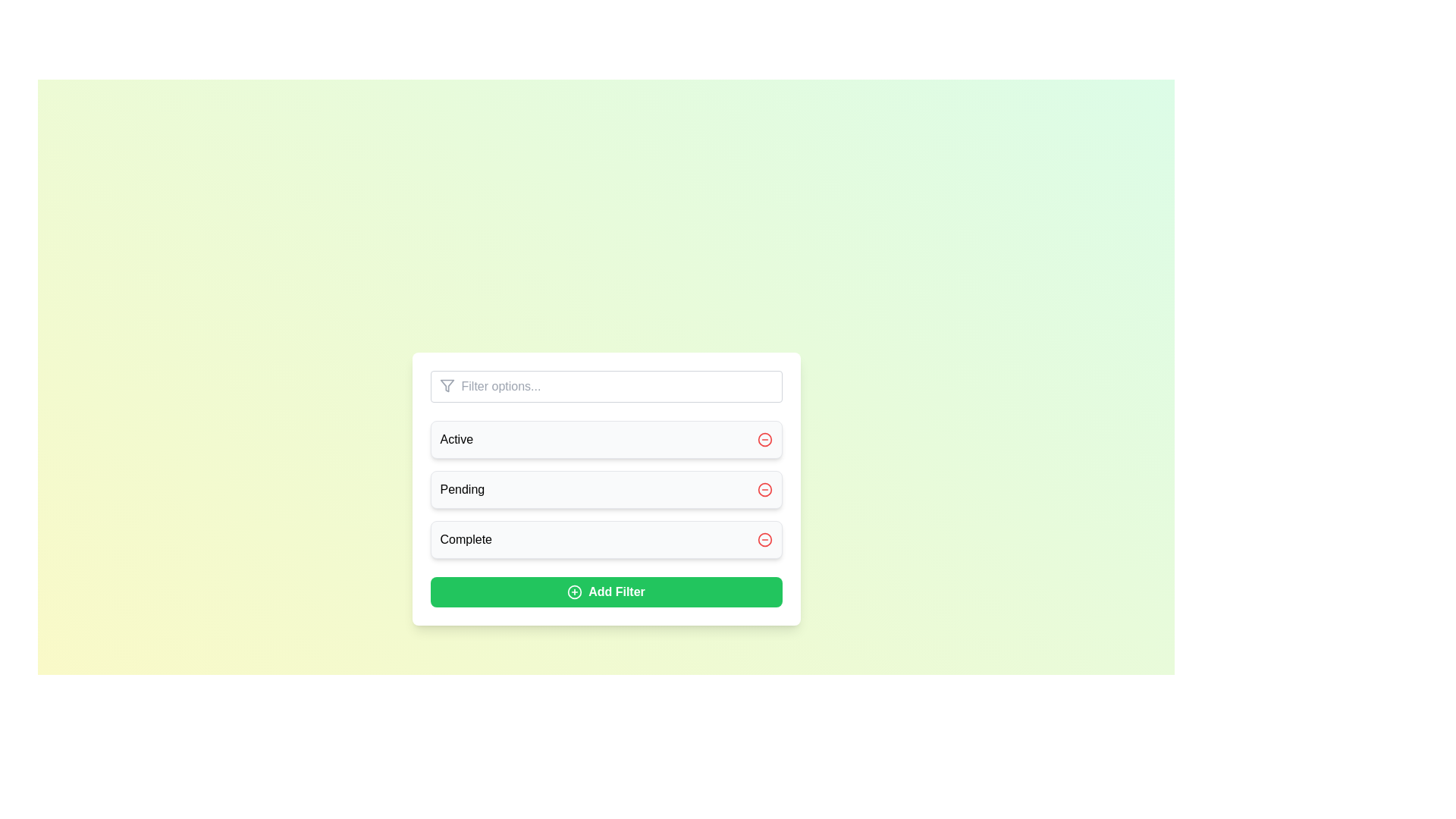 The width and height of the screenshot is (1456, 819). I want to click on the second item in the list labeled 'Pending', so click(605, 488).